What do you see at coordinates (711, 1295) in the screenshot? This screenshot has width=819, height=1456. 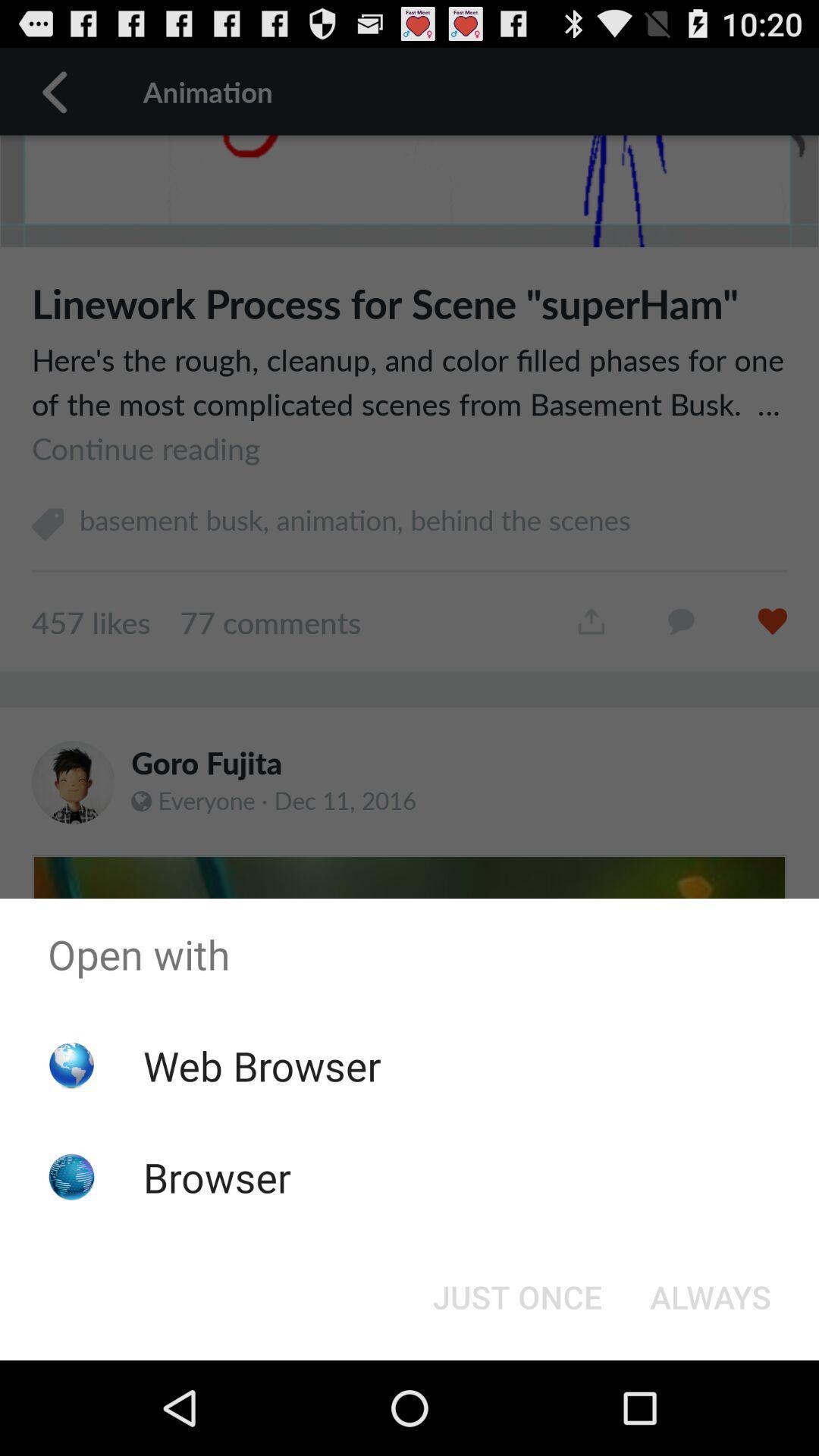 I see `item to the right of the just once button` at bounding box center [711, 1295].